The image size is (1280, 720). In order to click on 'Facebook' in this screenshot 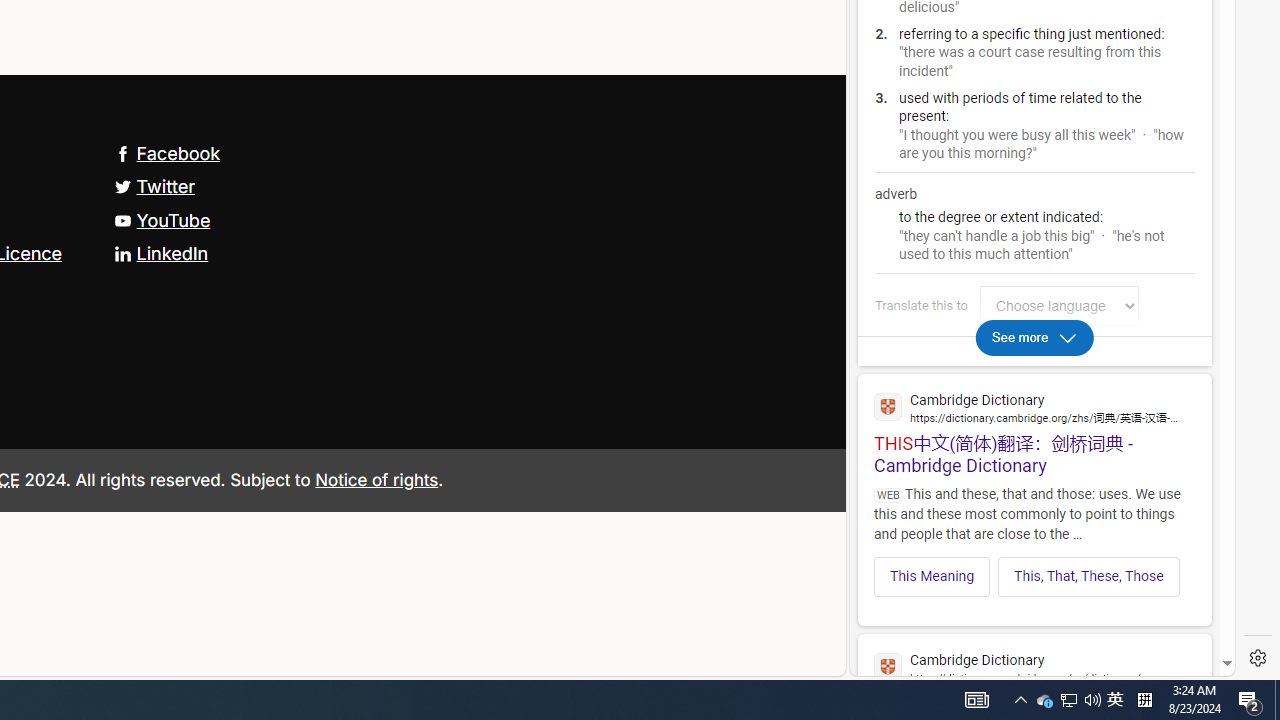, I will do `click(167, 152)`.